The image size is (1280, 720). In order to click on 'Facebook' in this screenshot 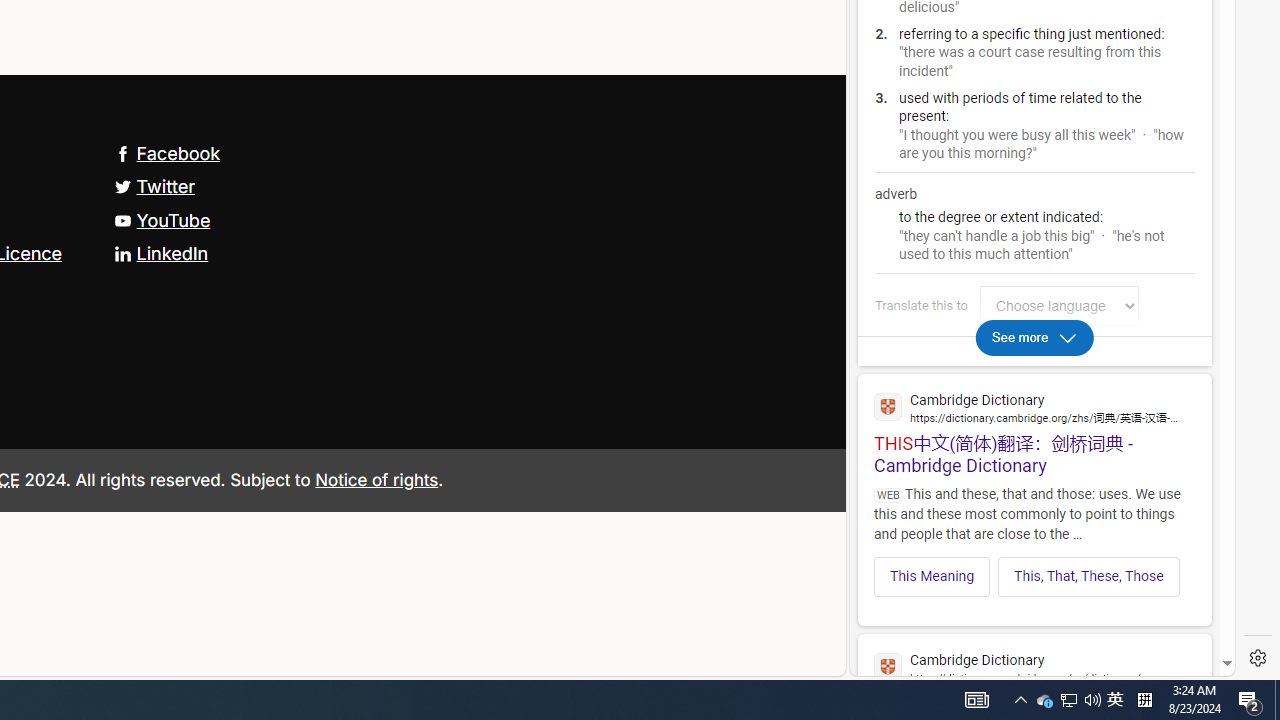, I will do `click(167, 152)`.